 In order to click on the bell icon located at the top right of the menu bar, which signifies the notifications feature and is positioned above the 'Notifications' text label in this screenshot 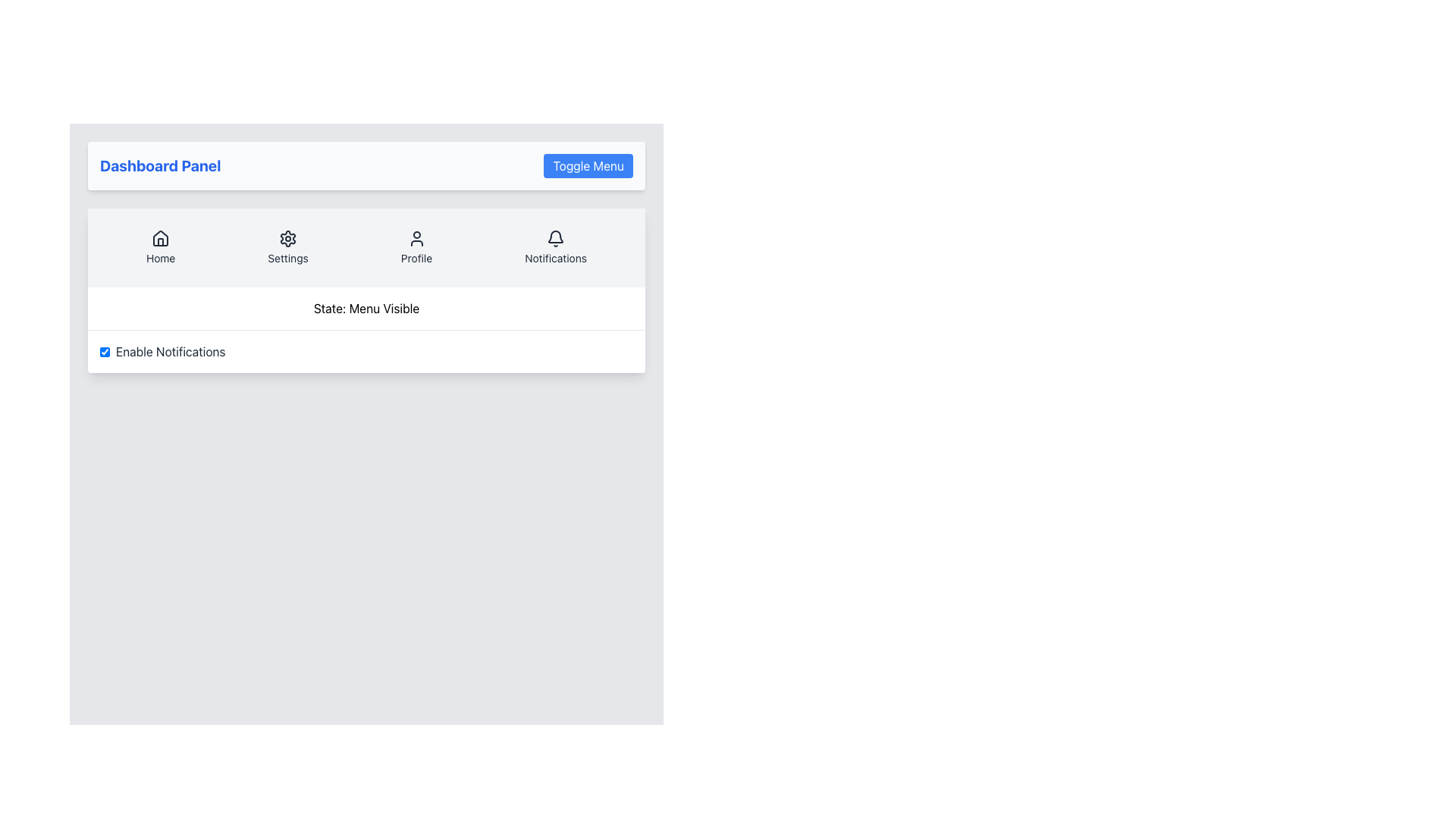, I will do `click(555, 239)`.